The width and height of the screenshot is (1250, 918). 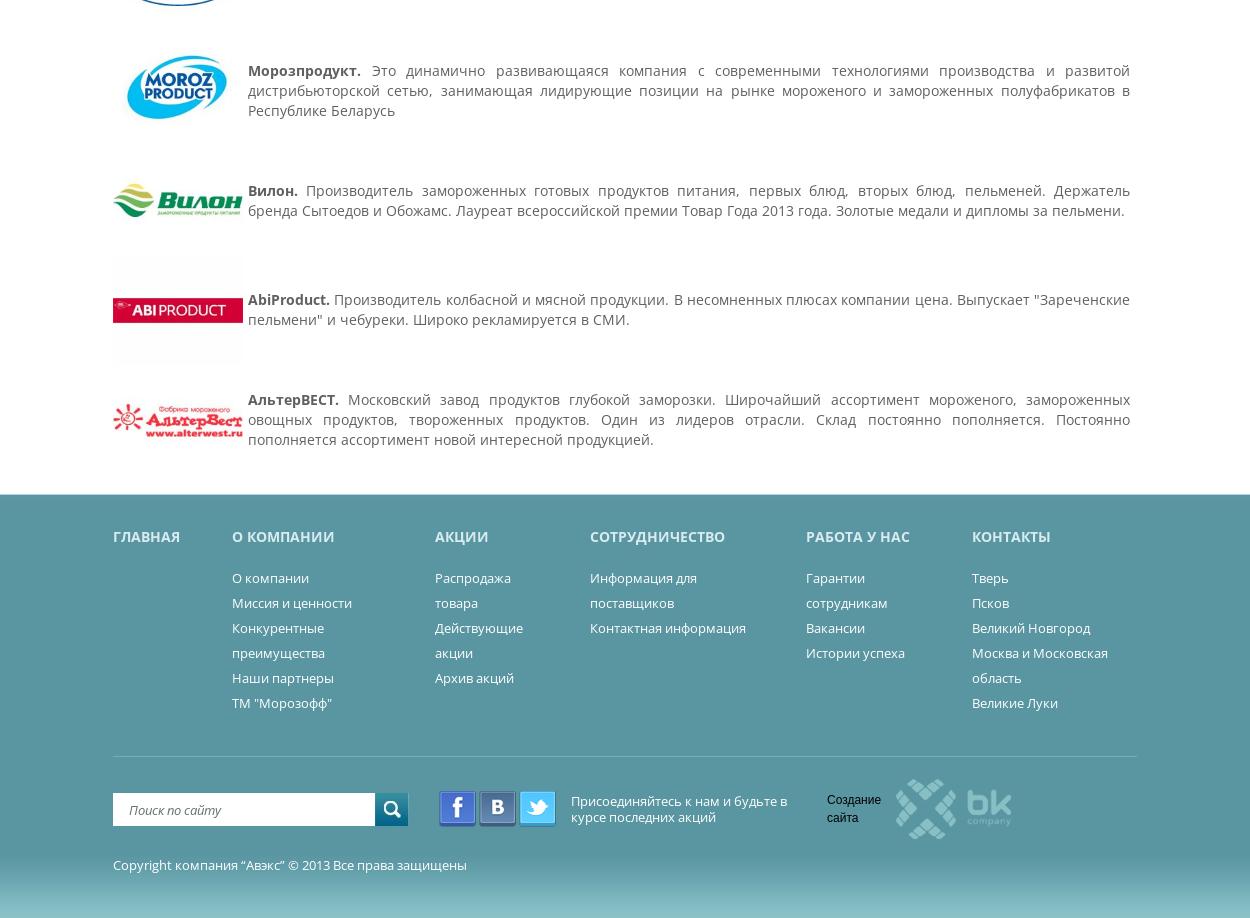 What do you see at coordinates (293, 397) in the screenshot?
I see `'АльтерВЕСТ.'` at bounding box center [293, 397].